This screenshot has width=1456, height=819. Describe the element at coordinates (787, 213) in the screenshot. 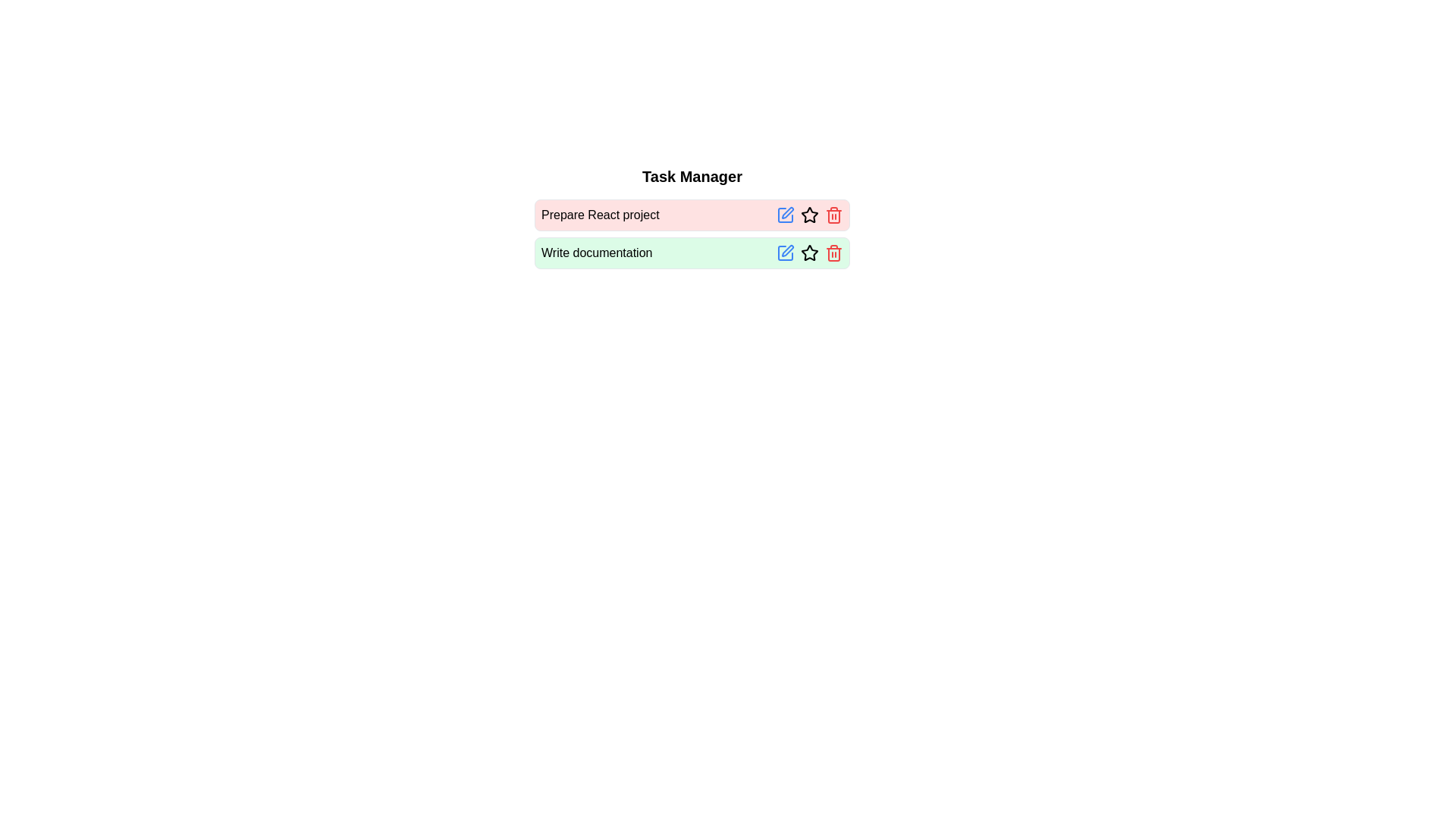

I see `the 'Edit' icon located in the top-left corner of the second action symbol group within the 'Prepare React project' task bar section` at that location.